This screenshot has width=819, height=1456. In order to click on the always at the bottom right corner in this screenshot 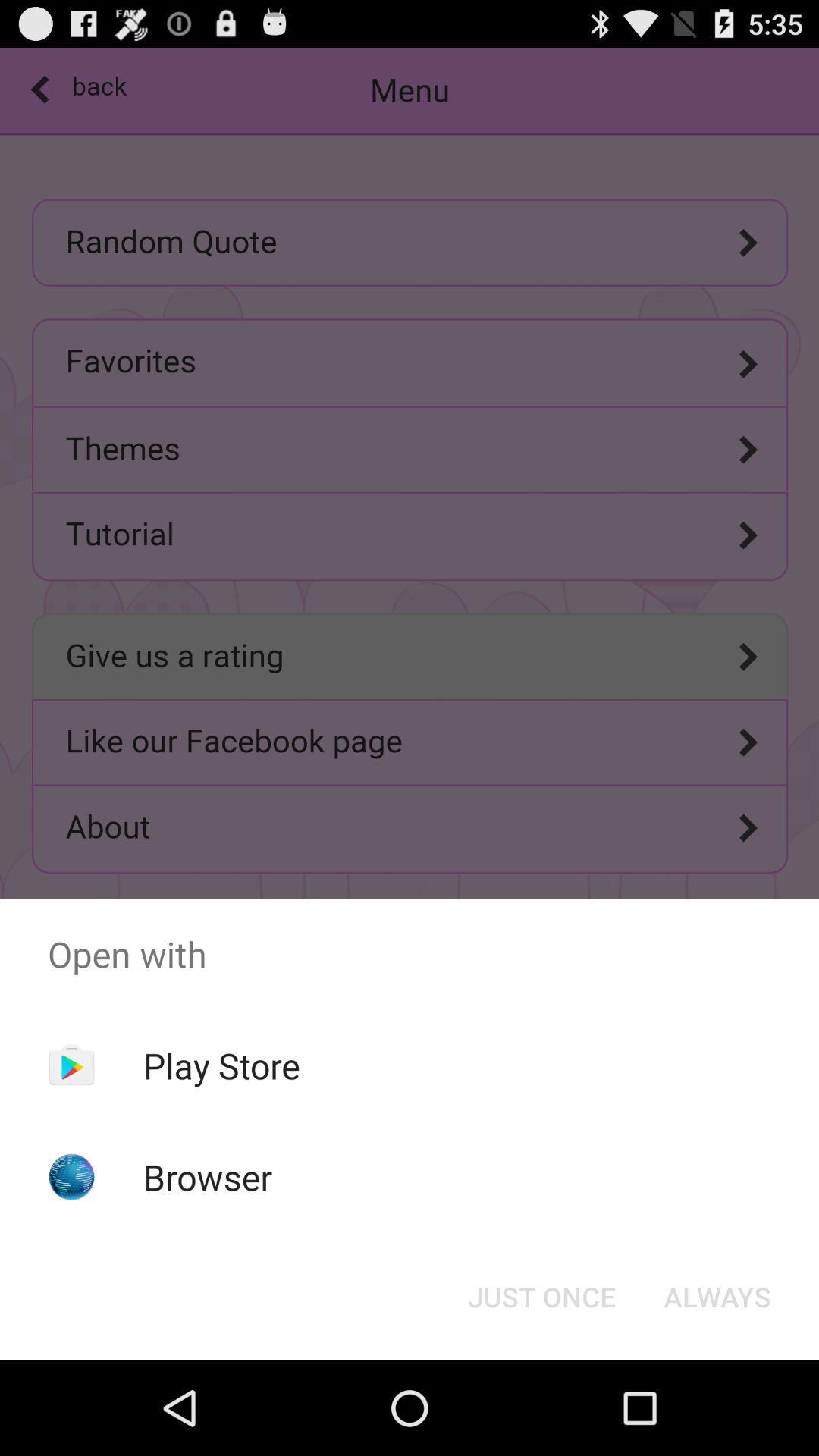, I will do `click(717, 1295)`.